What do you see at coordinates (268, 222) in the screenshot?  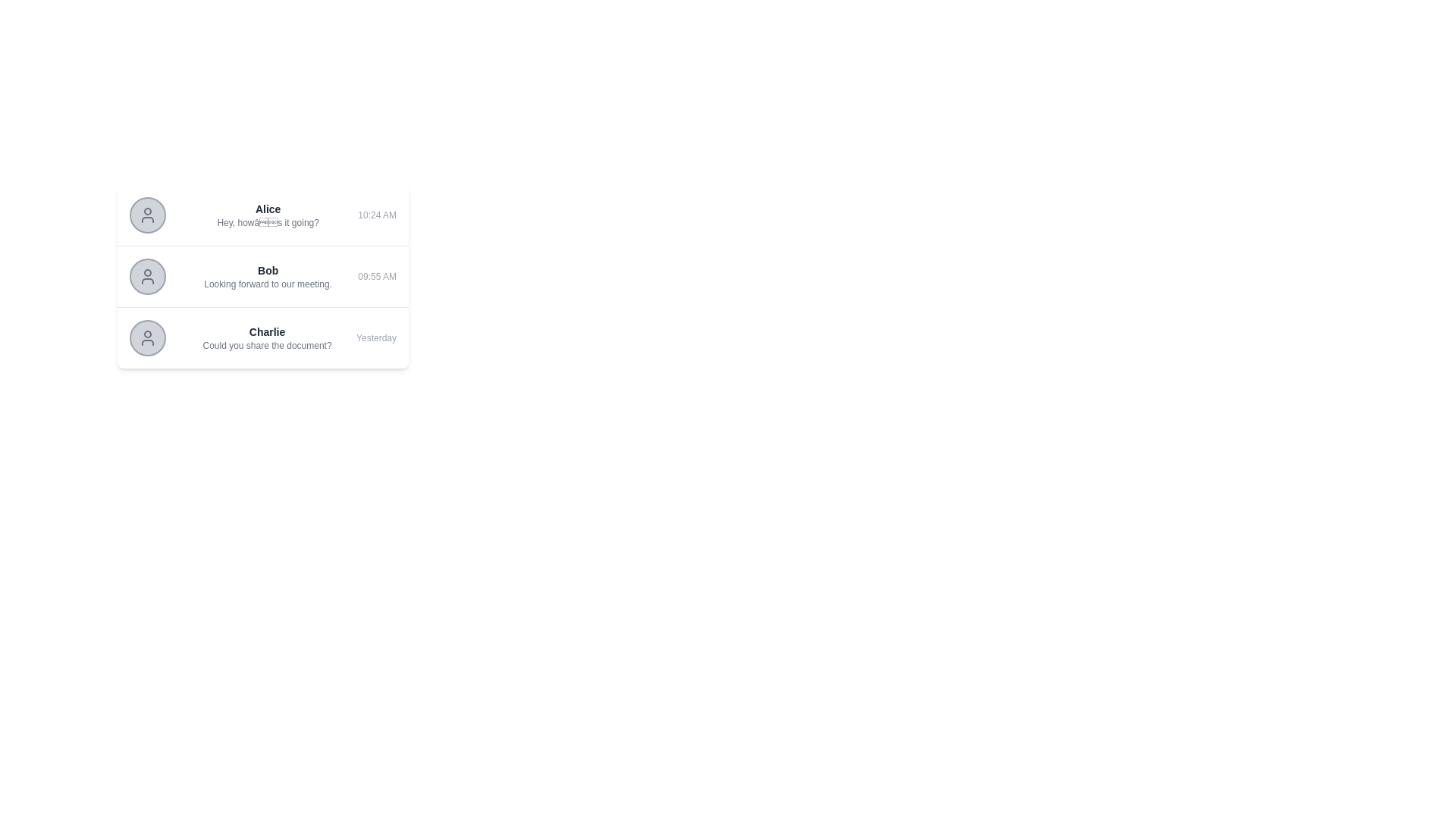 I see `the Text Label displaying the preview of the most recent message in the conversation thread, located beneath the name 'Alice' in the conversation card` at bounding box center [268, 222].